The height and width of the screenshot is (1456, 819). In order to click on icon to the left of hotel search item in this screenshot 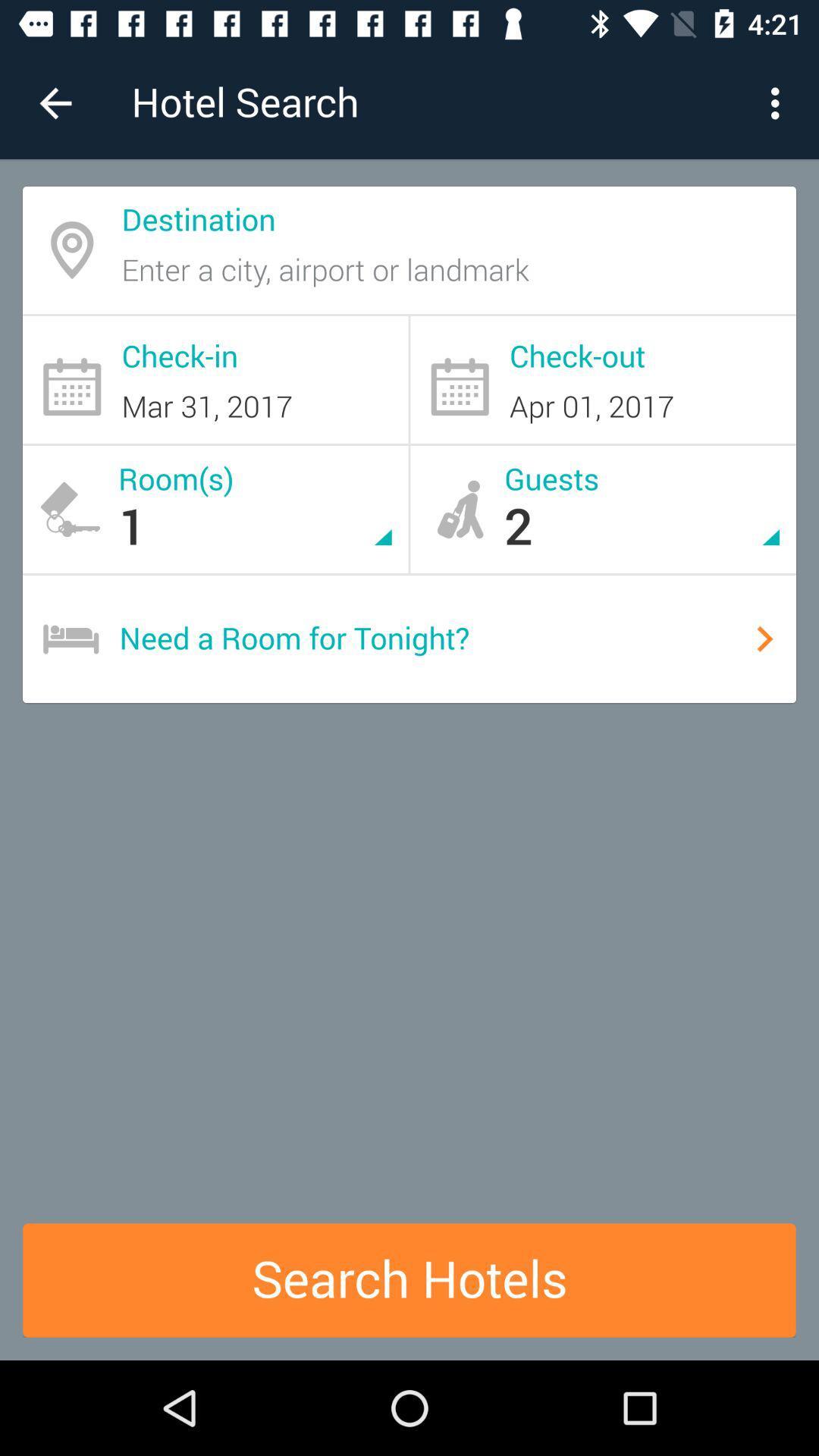, I will do `click(55, 102)`.